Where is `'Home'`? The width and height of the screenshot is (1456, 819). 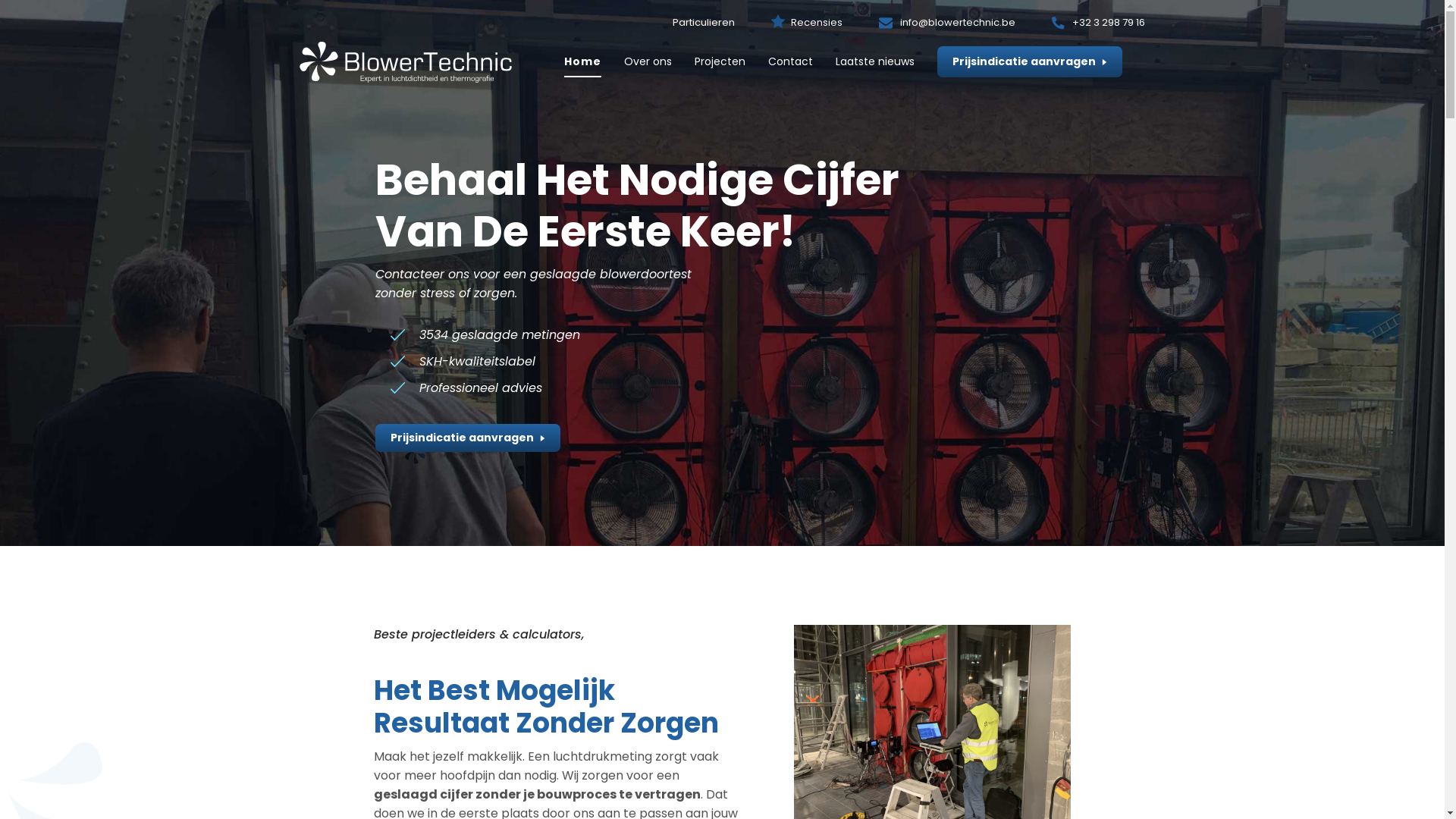
'Home' is located at coordinates (563, 61).